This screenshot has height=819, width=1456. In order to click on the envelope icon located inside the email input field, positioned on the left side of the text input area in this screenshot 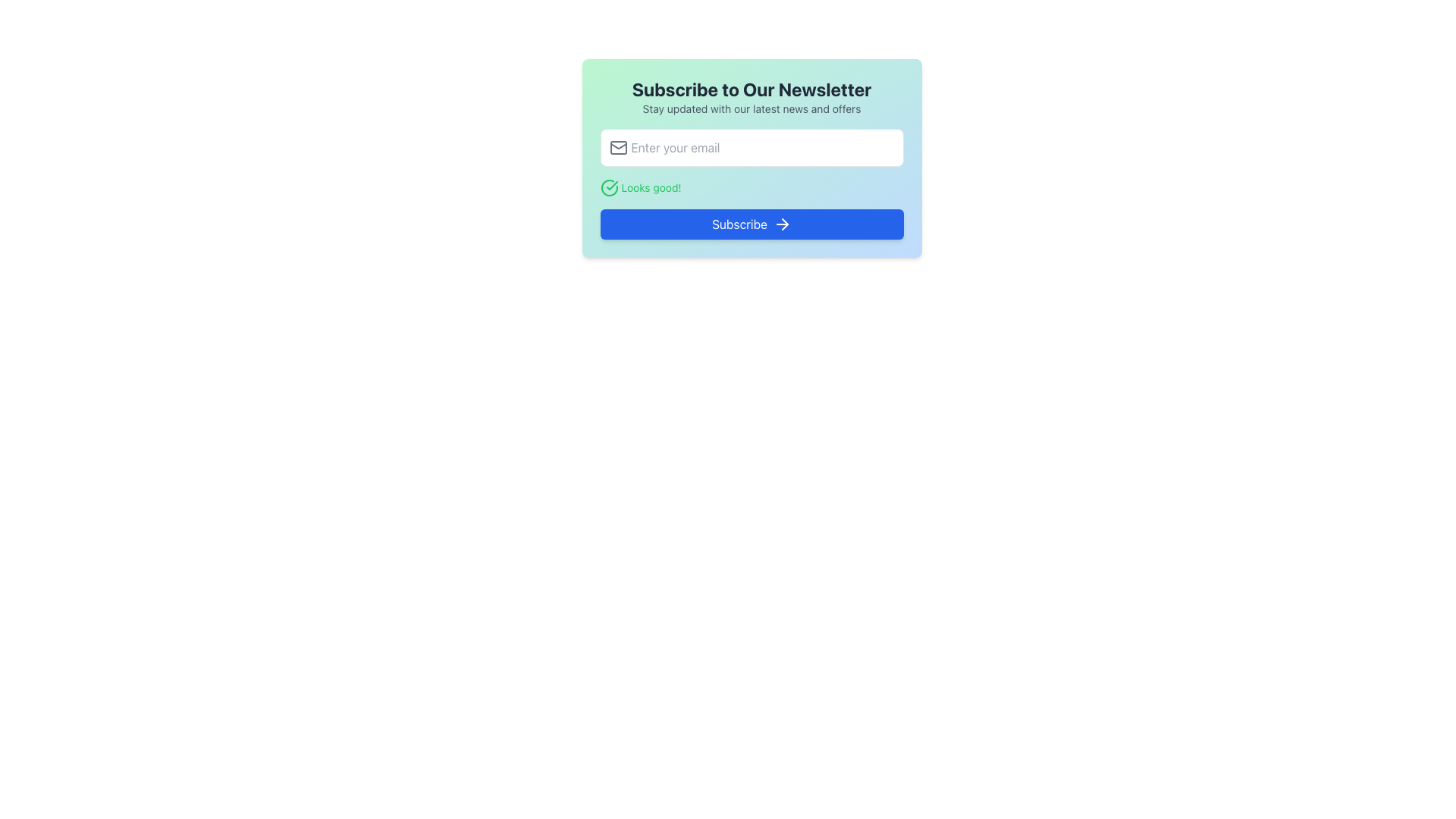, I will do `click(618, 148)`.